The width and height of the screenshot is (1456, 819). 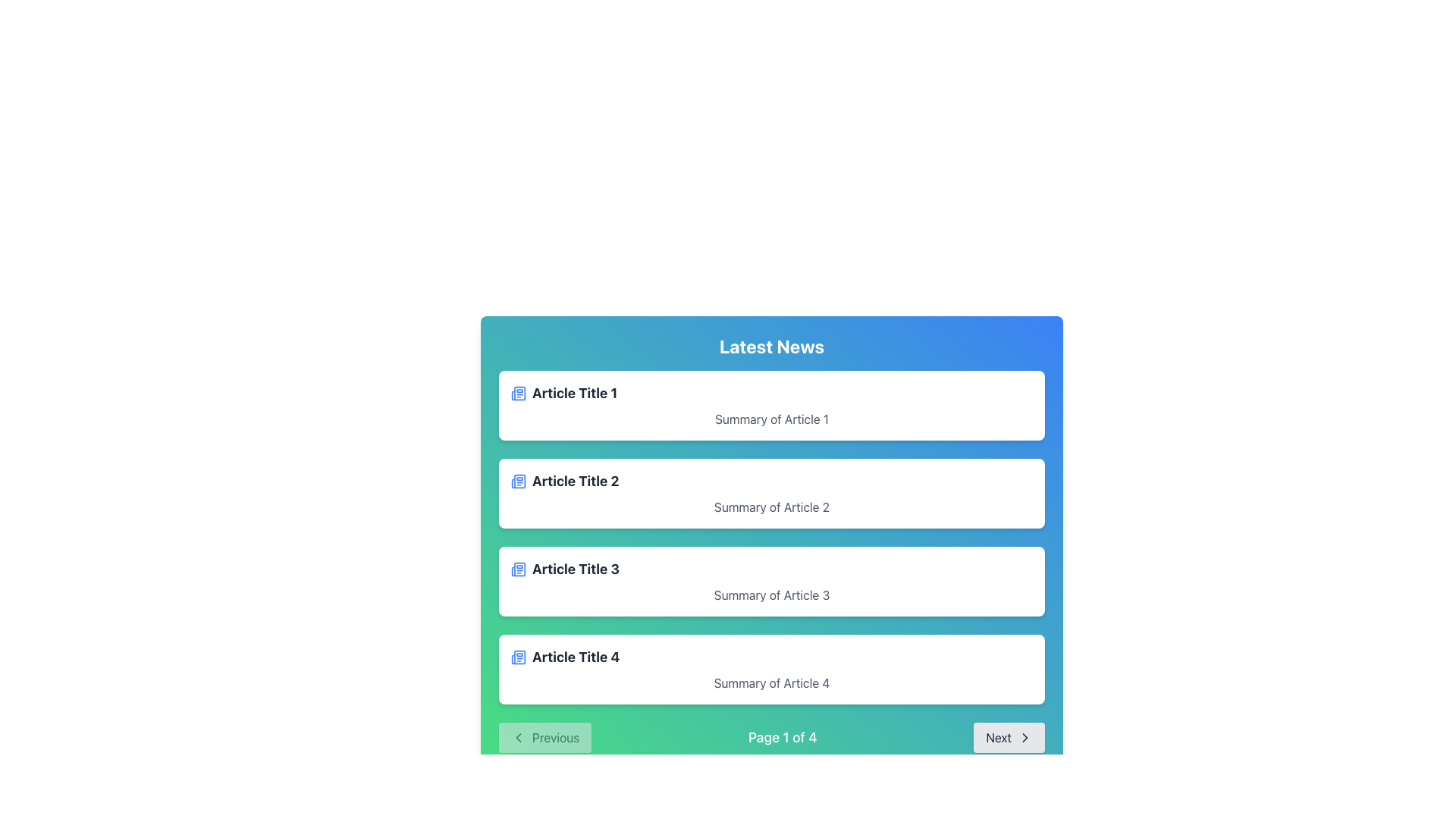 What do you see at coordinates (575, 482) in the screenshot?
I see `the headline text label for the second article in the news section, which is positioned next to a blue newspaper icon in the second card of 'Latest News'` at bounding box center [575, 482].